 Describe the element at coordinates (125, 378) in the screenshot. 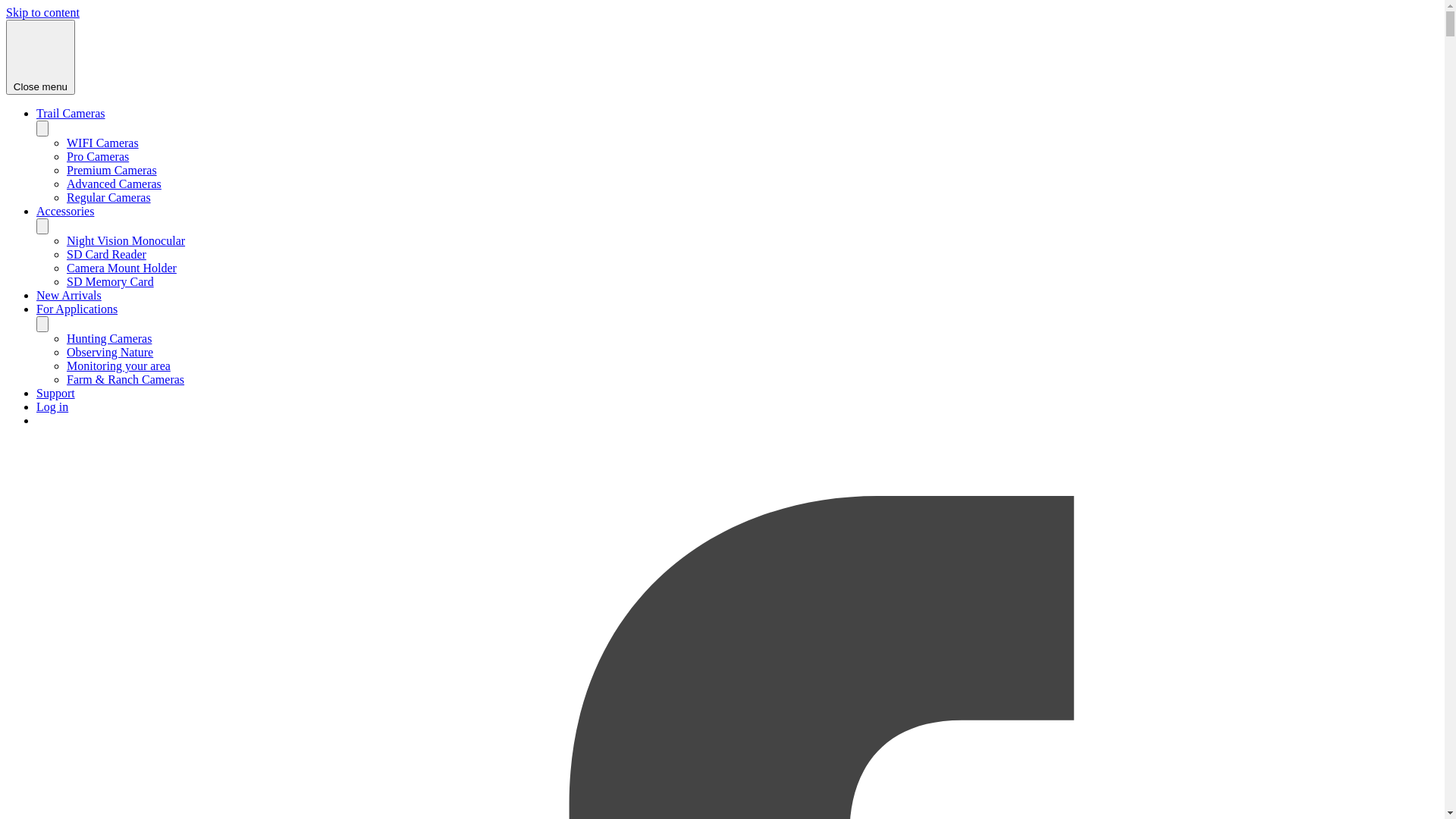

I see `'Farm & Ranch Cameras'` at that location.